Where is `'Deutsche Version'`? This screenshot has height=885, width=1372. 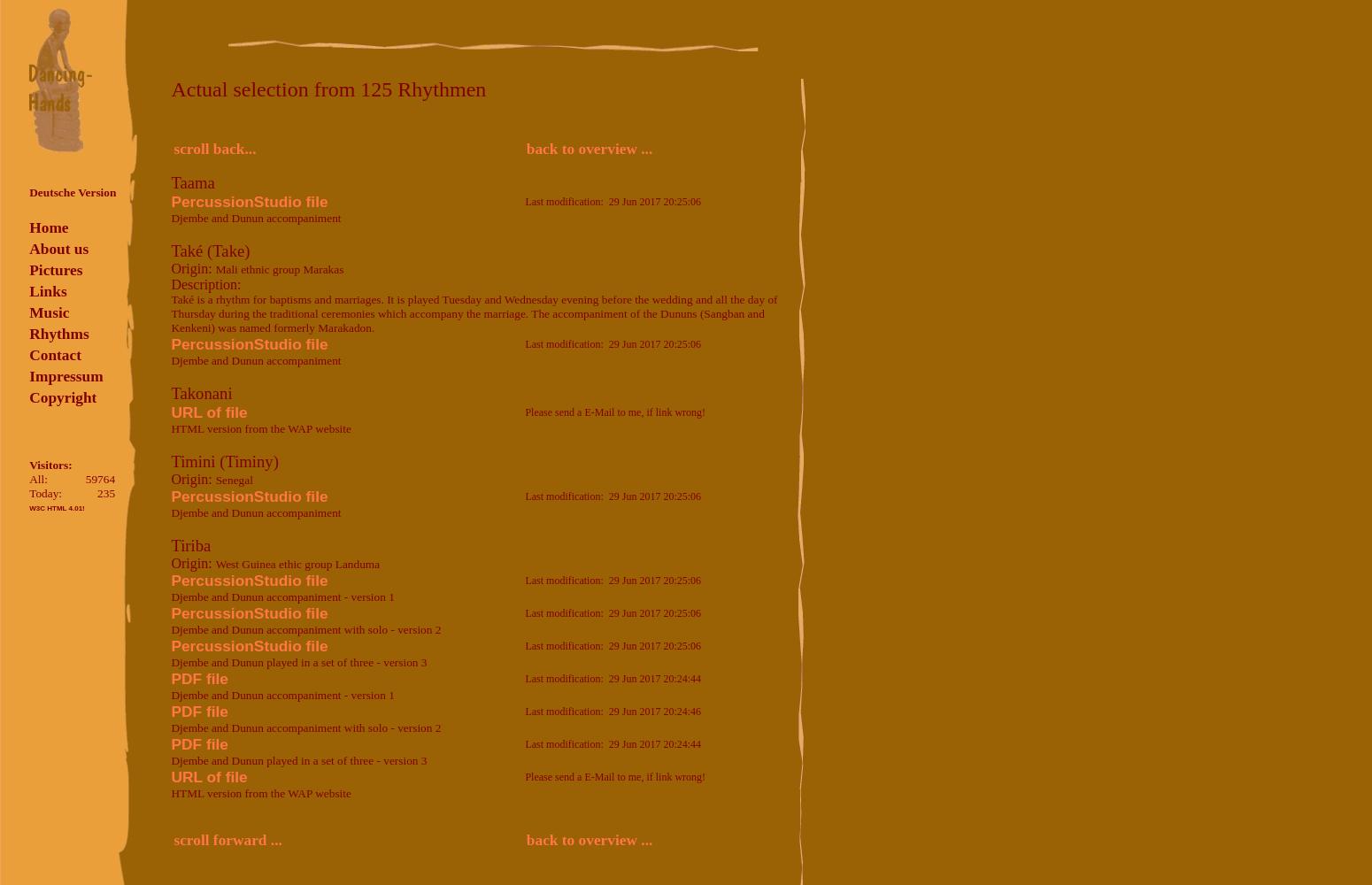 'Deutsche Version' is located at coordinates (72, 191).